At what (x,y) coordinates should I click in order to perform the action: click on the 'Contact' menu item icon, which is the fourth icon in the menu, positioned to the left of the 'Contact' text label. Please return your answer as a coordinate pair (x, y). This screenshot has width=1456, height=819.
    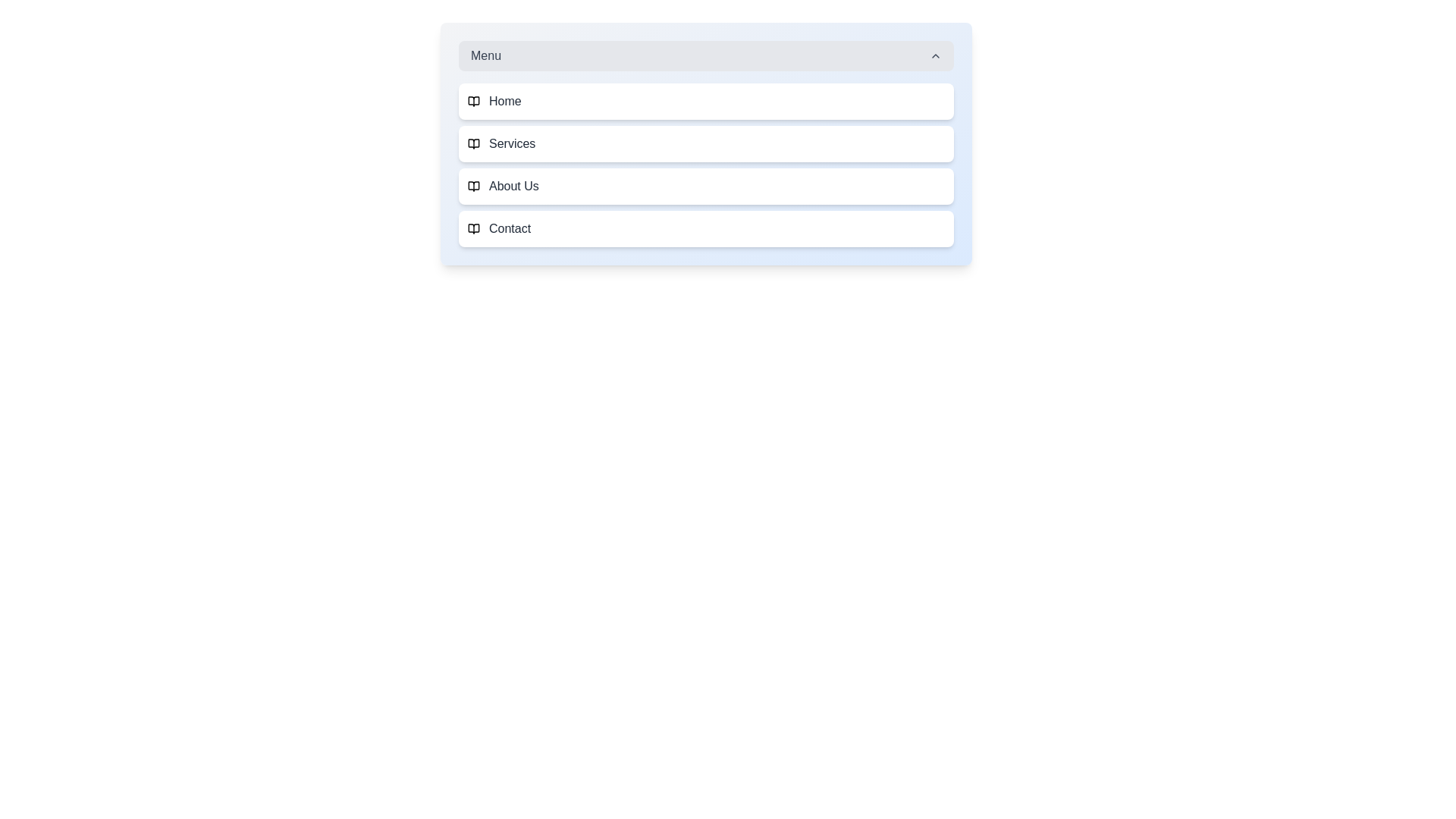
    Looking at the image, I should click on (472, 228).